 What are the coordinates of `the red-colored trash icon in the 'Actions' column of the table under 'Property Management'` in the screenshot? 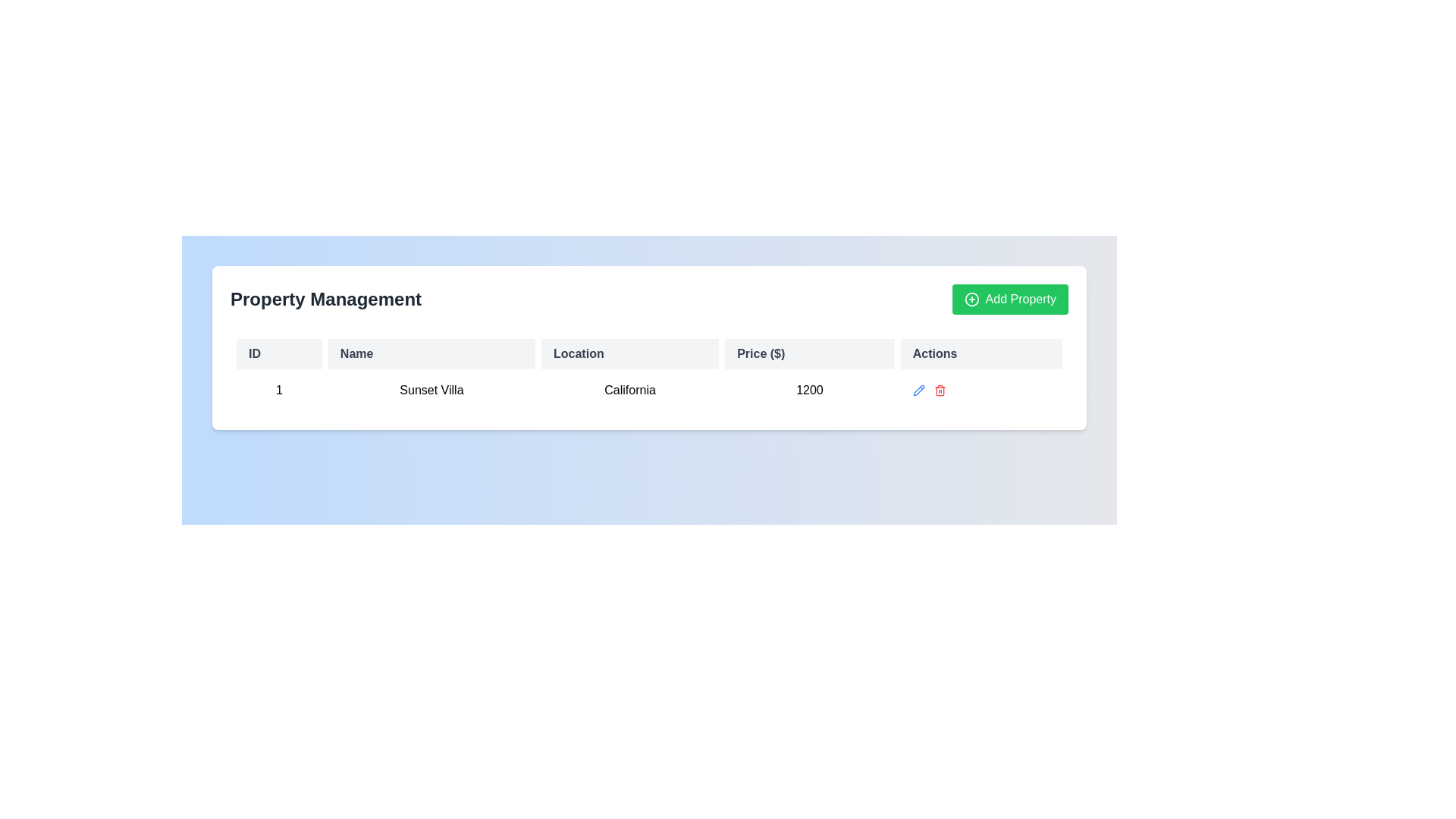 It's located at (939, 390).